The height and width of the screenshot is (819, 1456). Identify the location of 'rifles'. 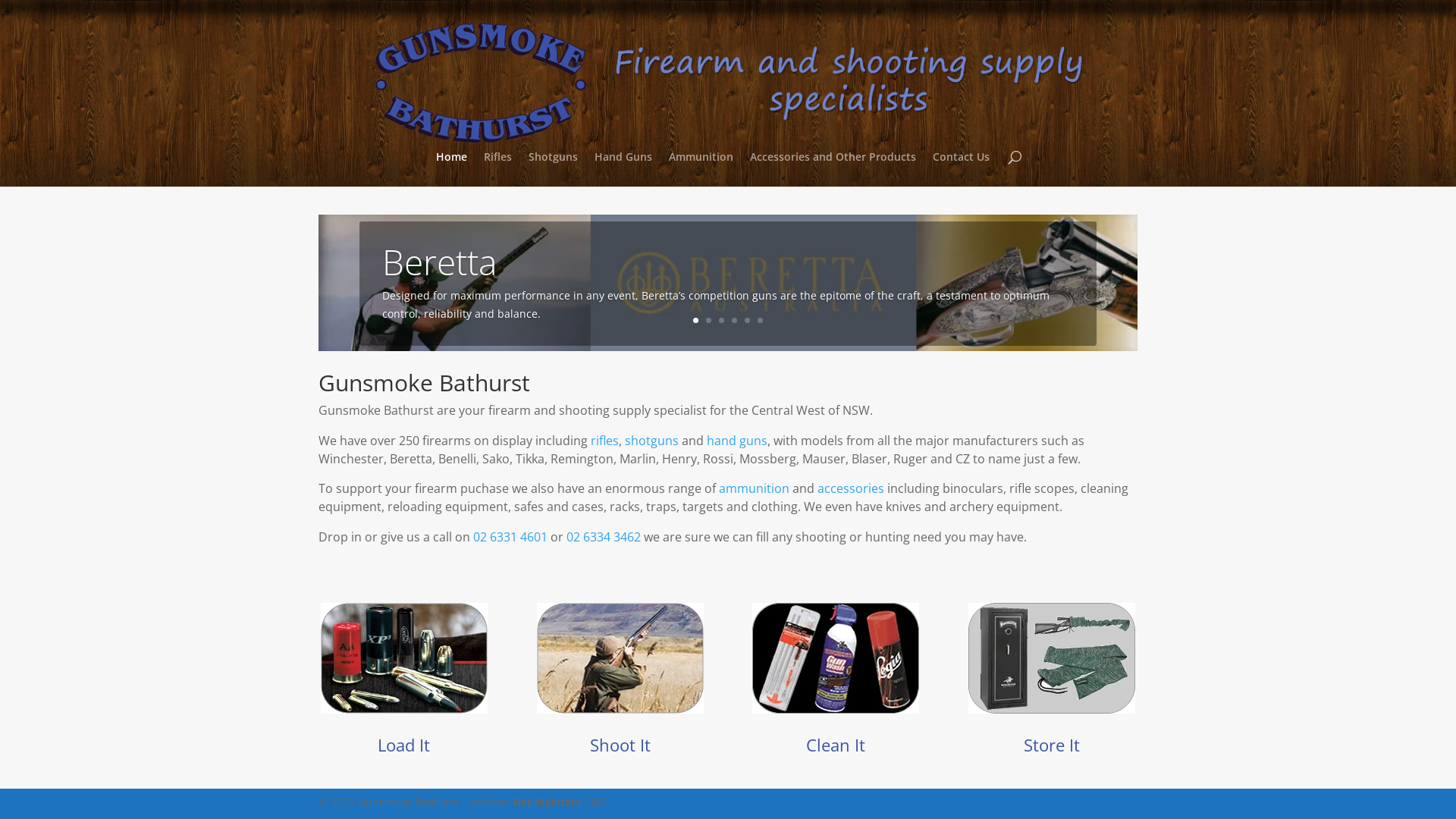
(589, 441).